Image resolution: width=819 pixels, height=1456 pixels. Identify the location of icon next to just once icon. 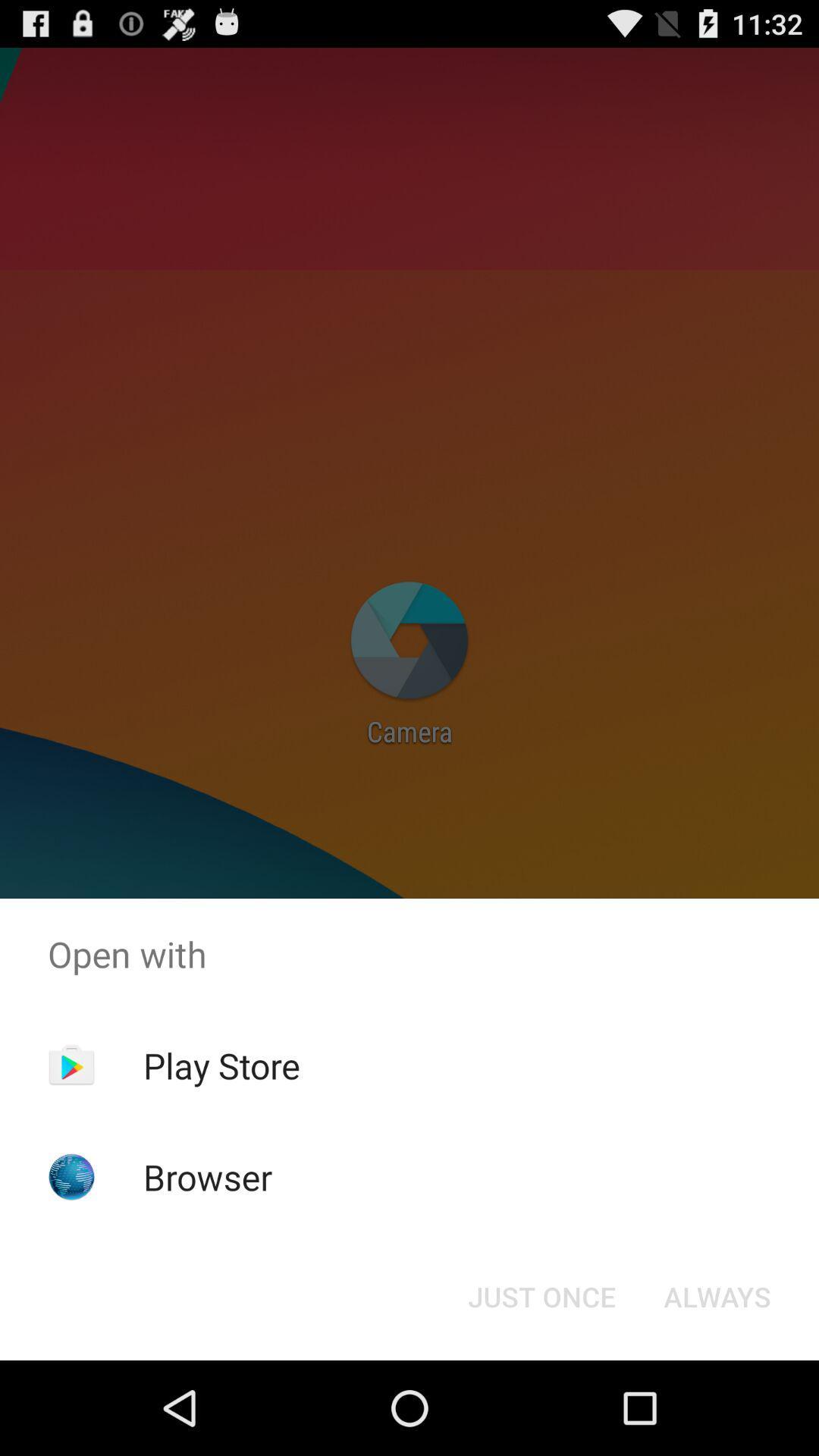
(717, 1295).